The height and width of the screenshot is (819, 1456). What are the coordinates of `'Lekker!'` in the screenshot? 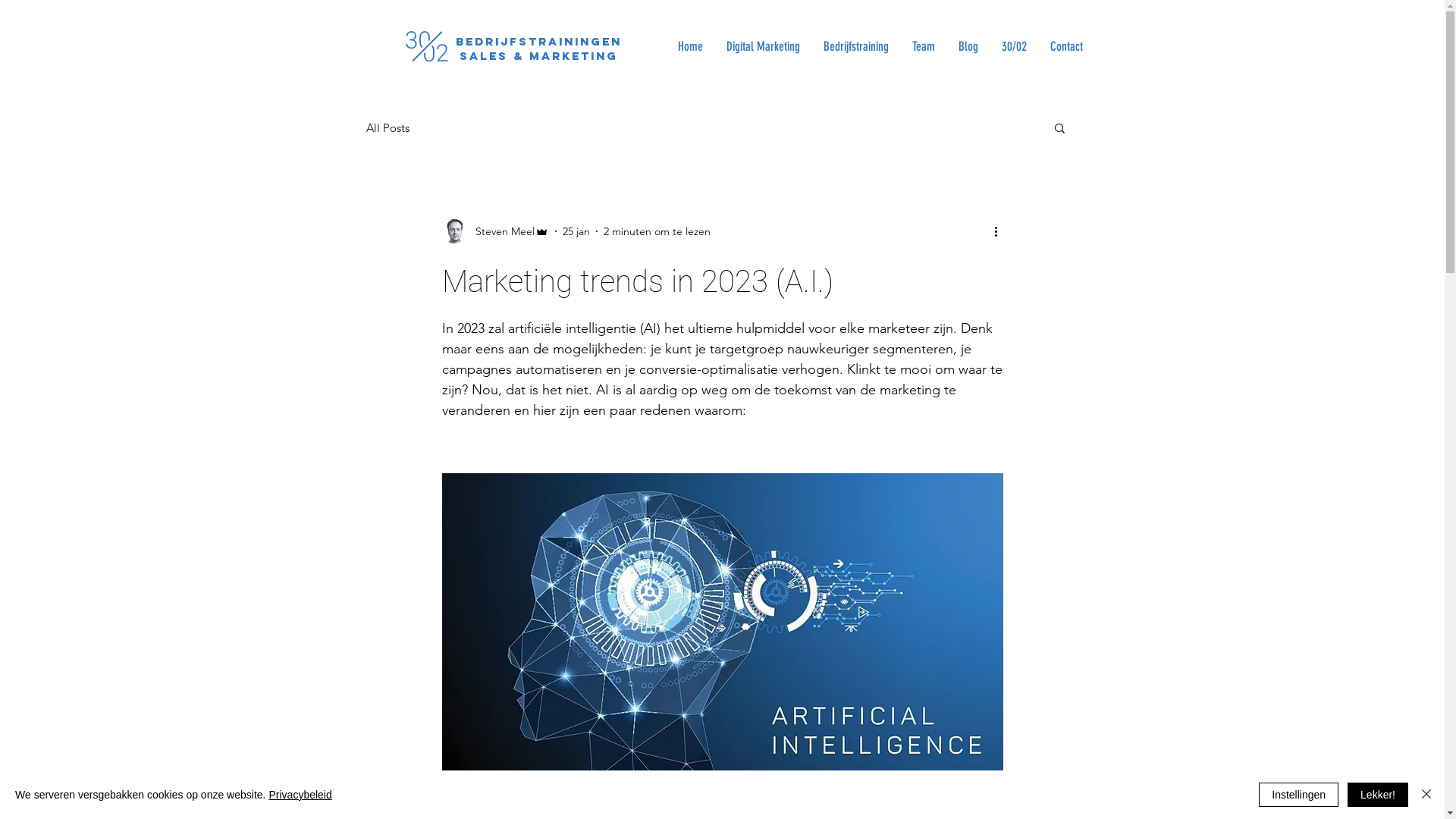 It's located at (1378, 794).